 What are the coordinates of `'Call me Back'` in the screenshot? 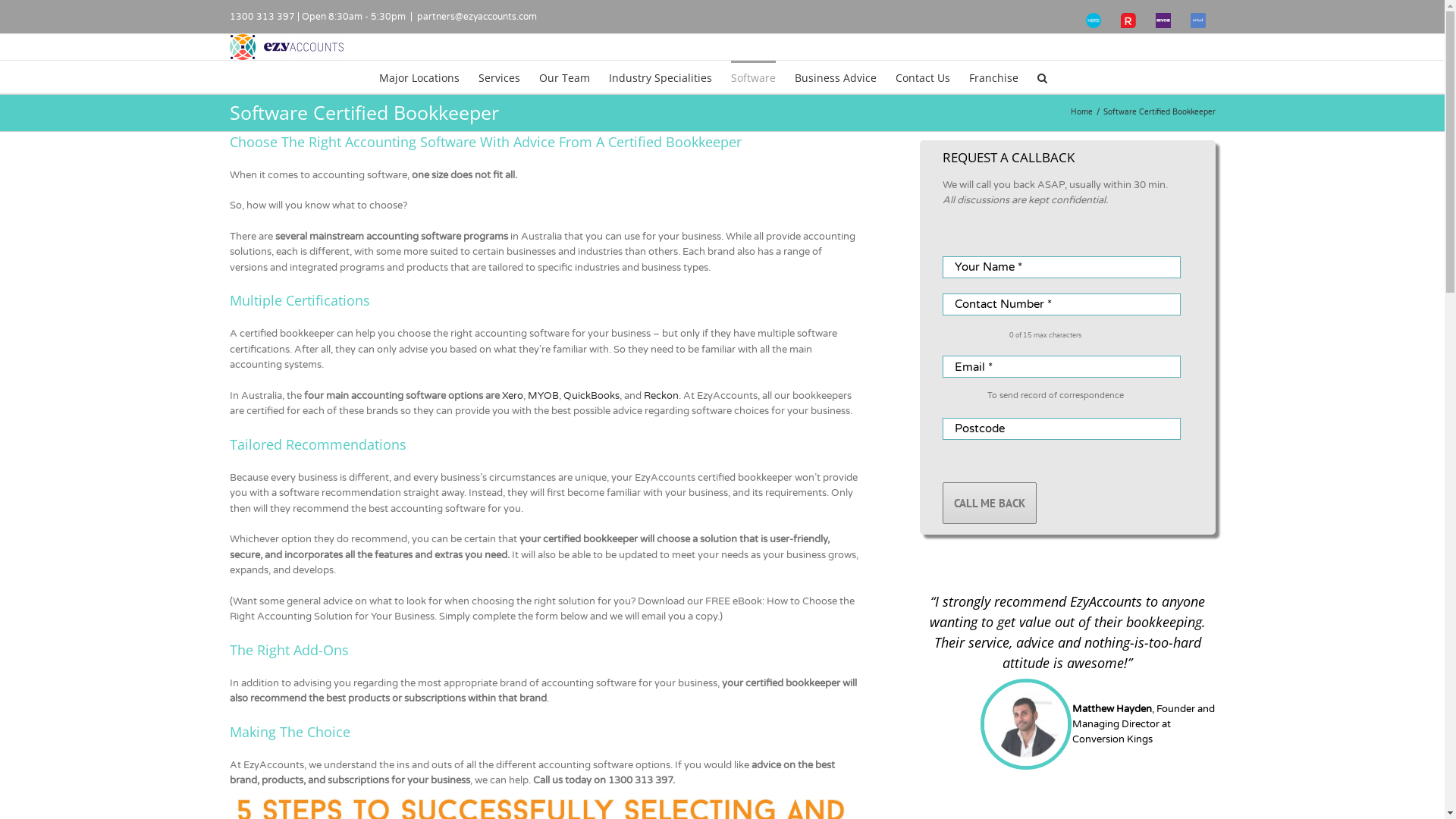 It's located at (989, 503).